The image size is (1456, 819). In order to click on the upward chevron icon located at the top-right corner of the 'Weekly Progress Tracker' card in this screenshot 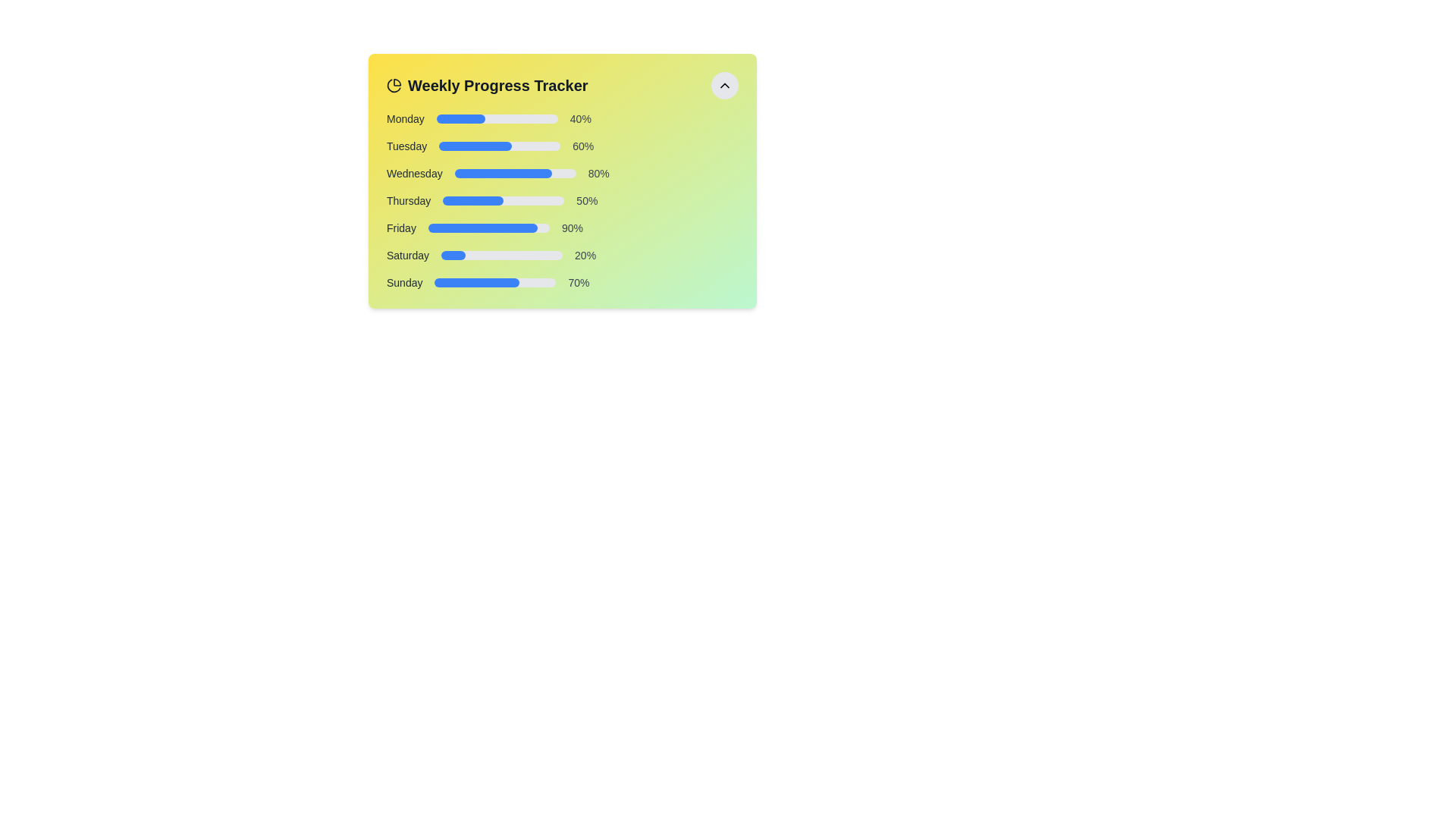, I will do `click(723, 85)`.